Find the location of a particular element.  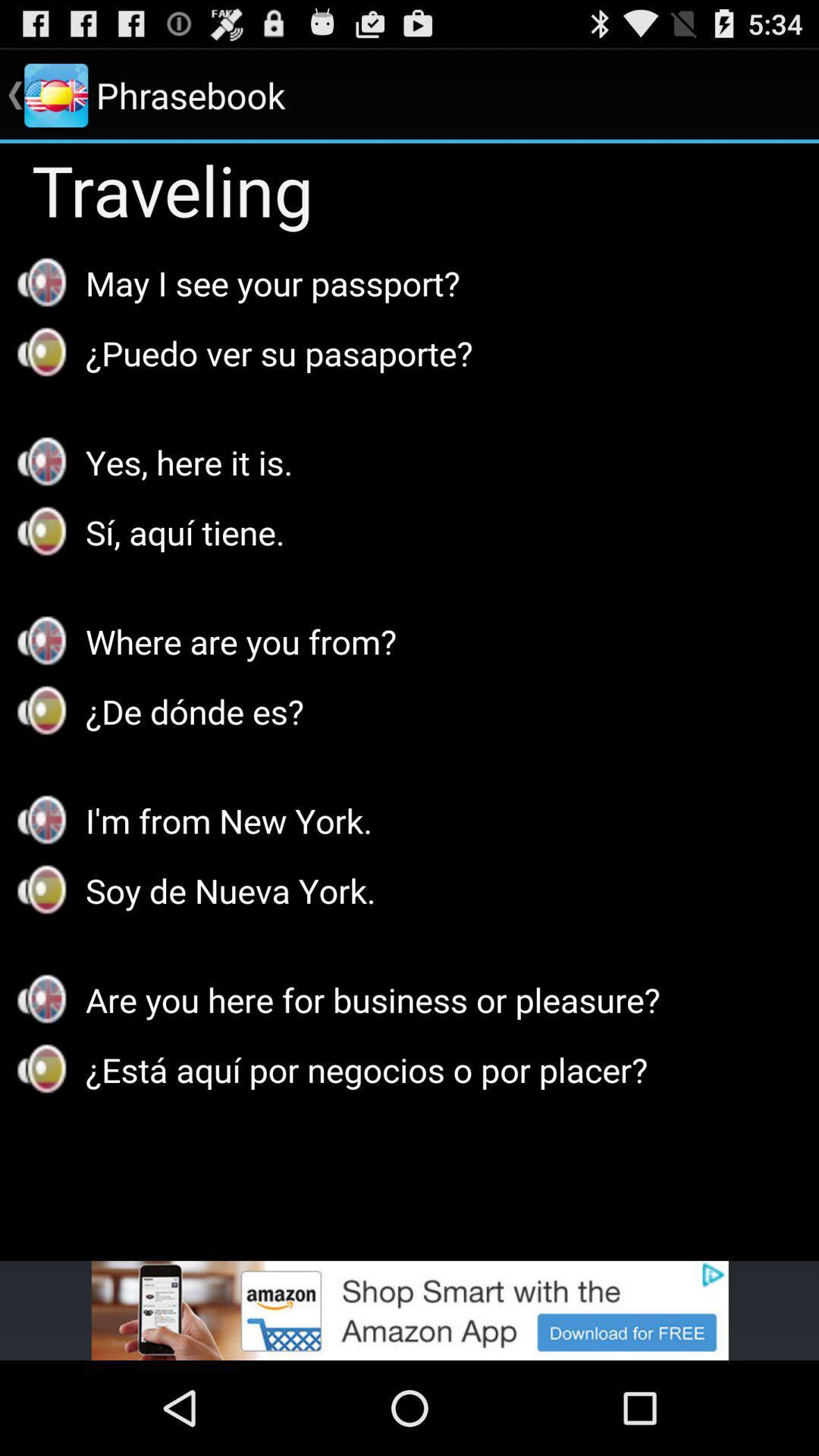

advertisement bar is located at coordinates (409, 1310).